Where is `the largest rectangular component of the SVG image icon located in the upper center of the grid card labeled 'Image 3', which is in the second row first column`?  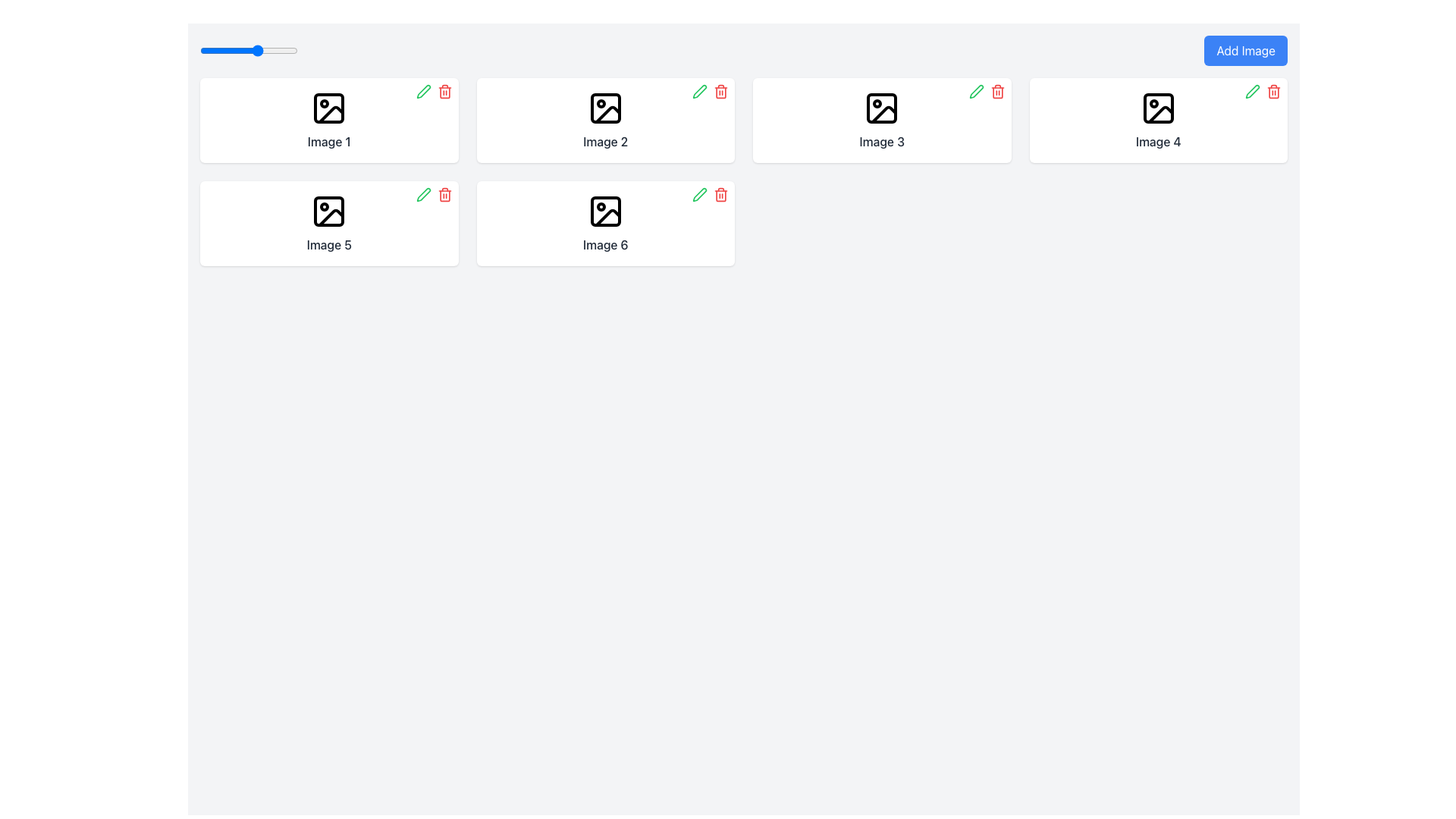 the largest rectangular component of the SVG image icon located in the upper center of the grid card labeled 'Image 3', which is in the second row first column is located at coordinates (882, 107).